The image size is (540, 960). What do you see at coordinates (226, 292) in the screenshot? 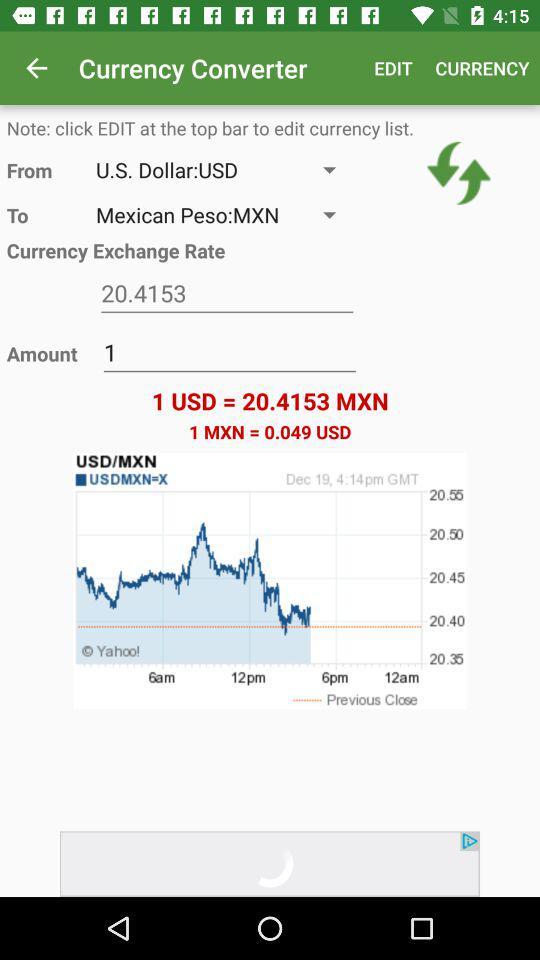
I see `the icon below currency exchange rate icon` at bounding box center [226, 292].